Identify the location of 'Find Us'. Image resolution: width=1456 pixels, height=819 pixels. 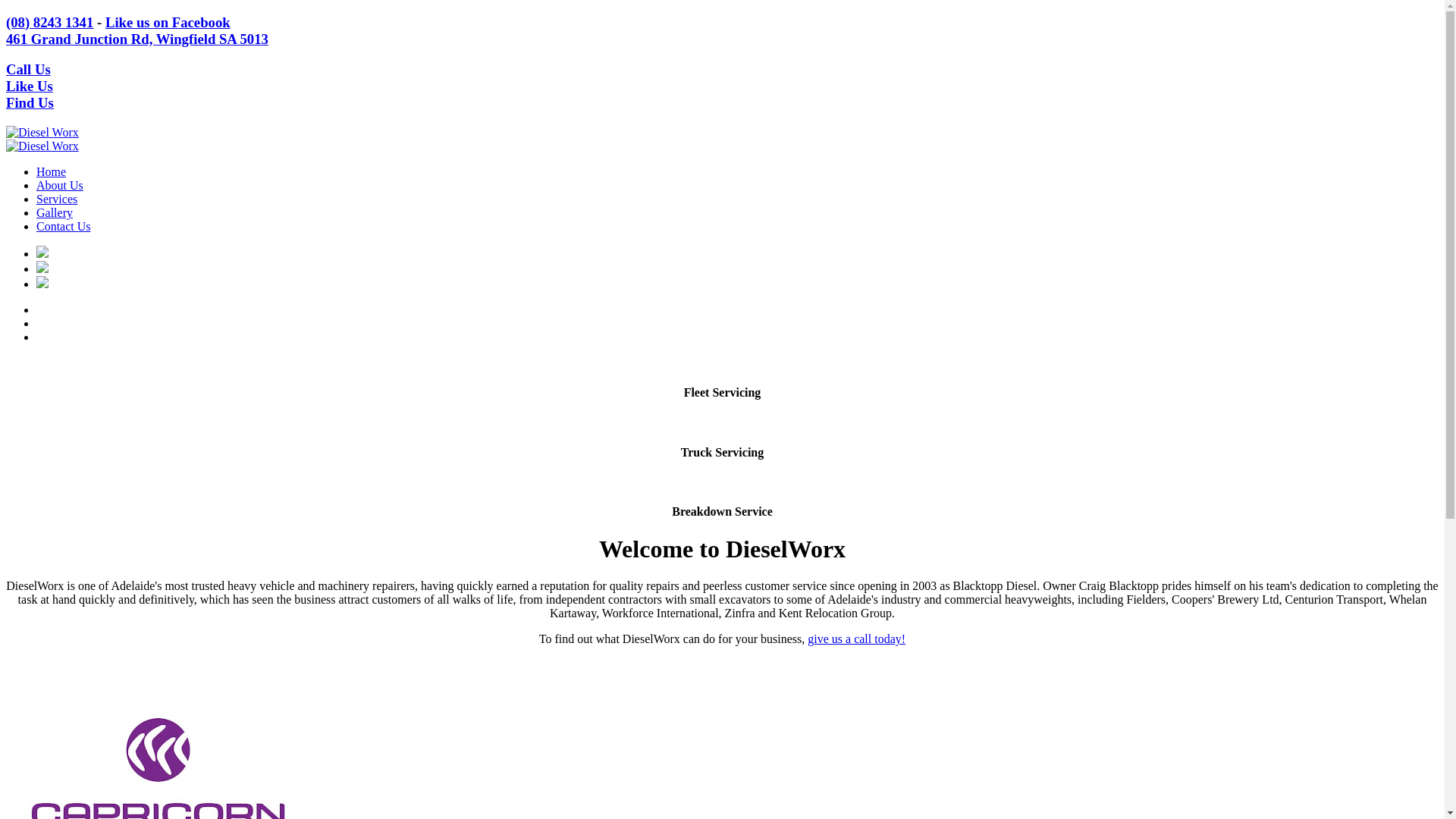
(30, 102).